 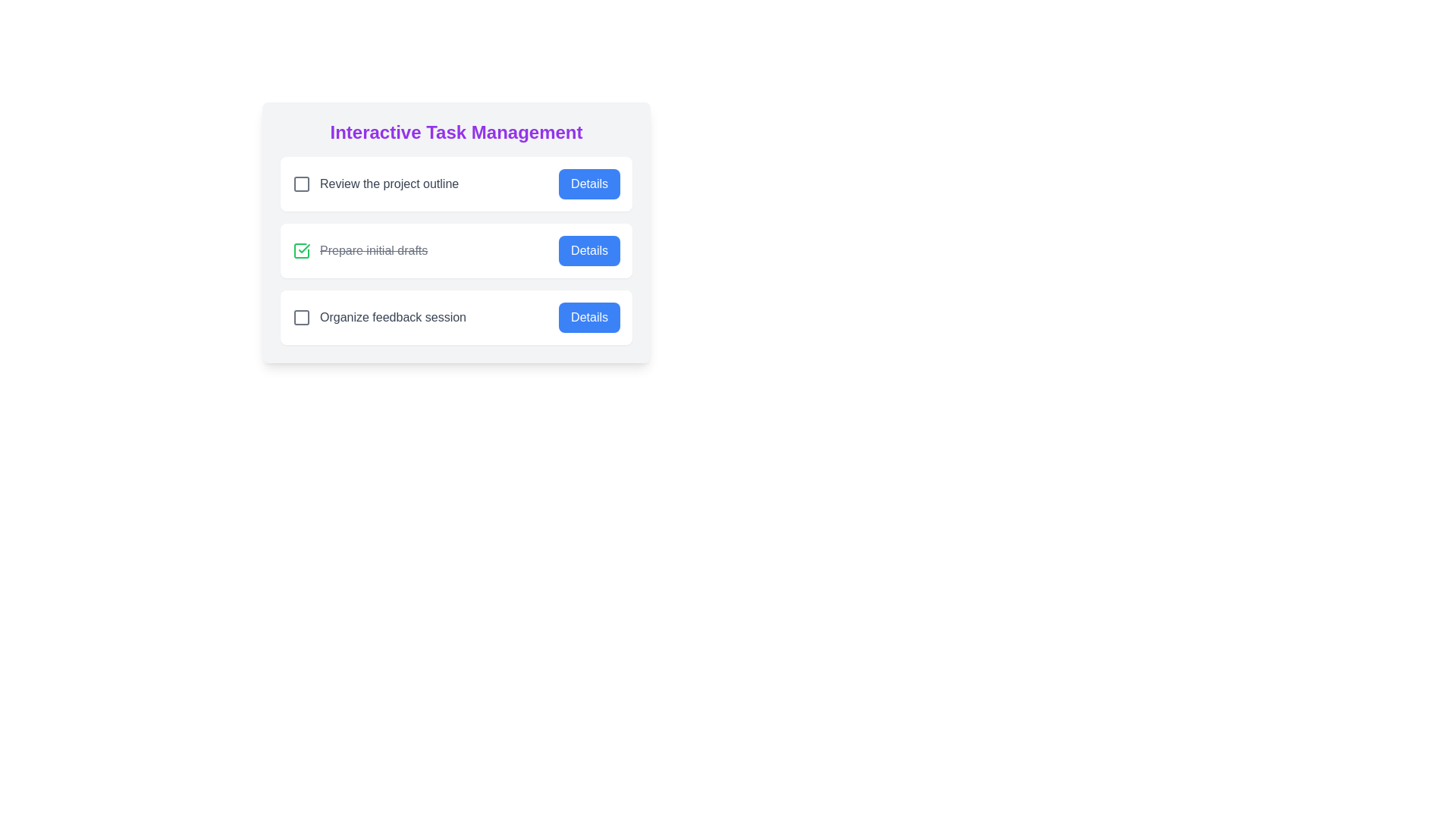 I want to click on the 'Details' button for the task 'Prepare initial drafts', so click(x=588, y=250).